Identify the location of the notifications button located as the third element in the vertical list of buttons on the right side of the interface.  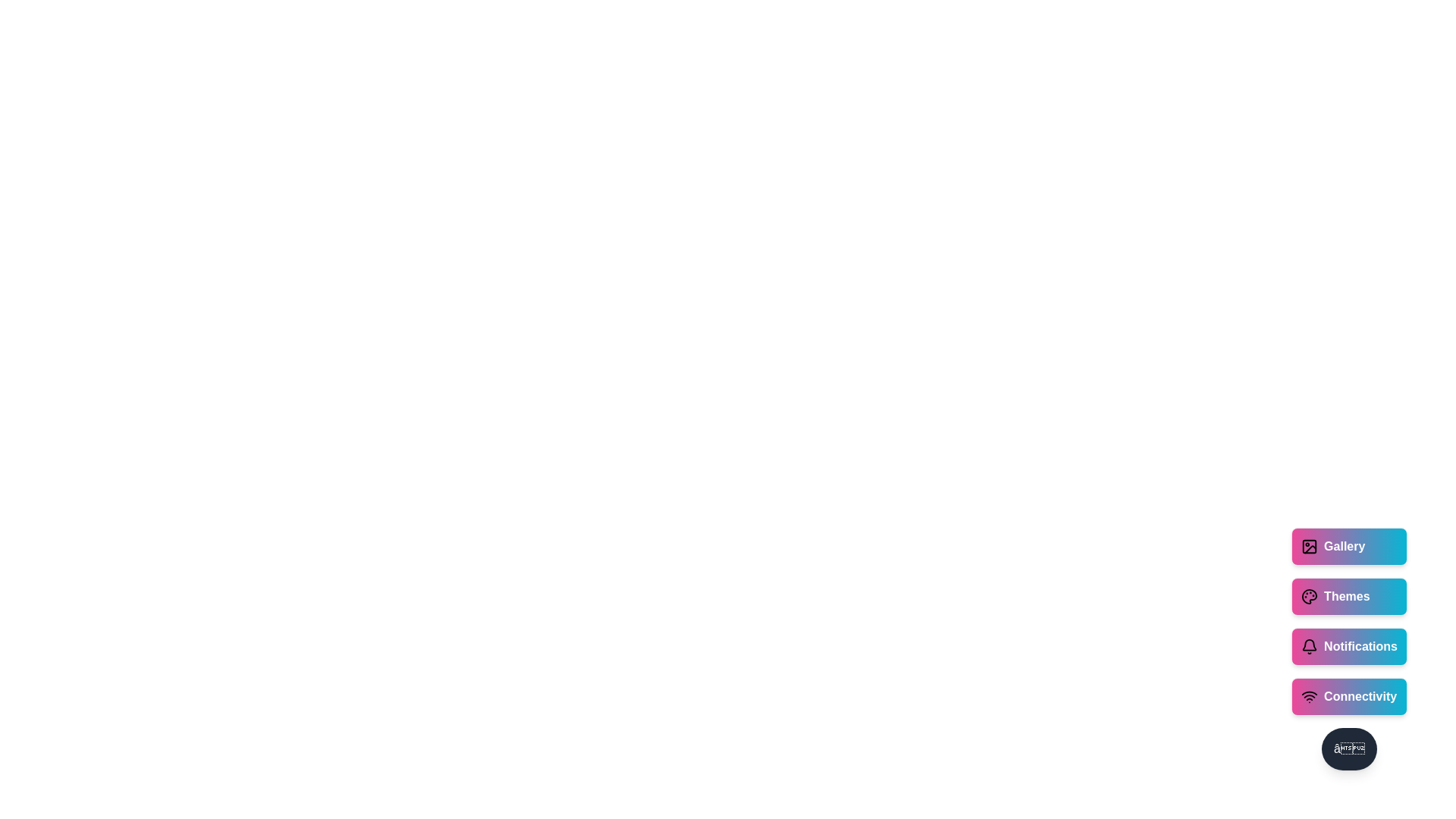
(1349, 646).